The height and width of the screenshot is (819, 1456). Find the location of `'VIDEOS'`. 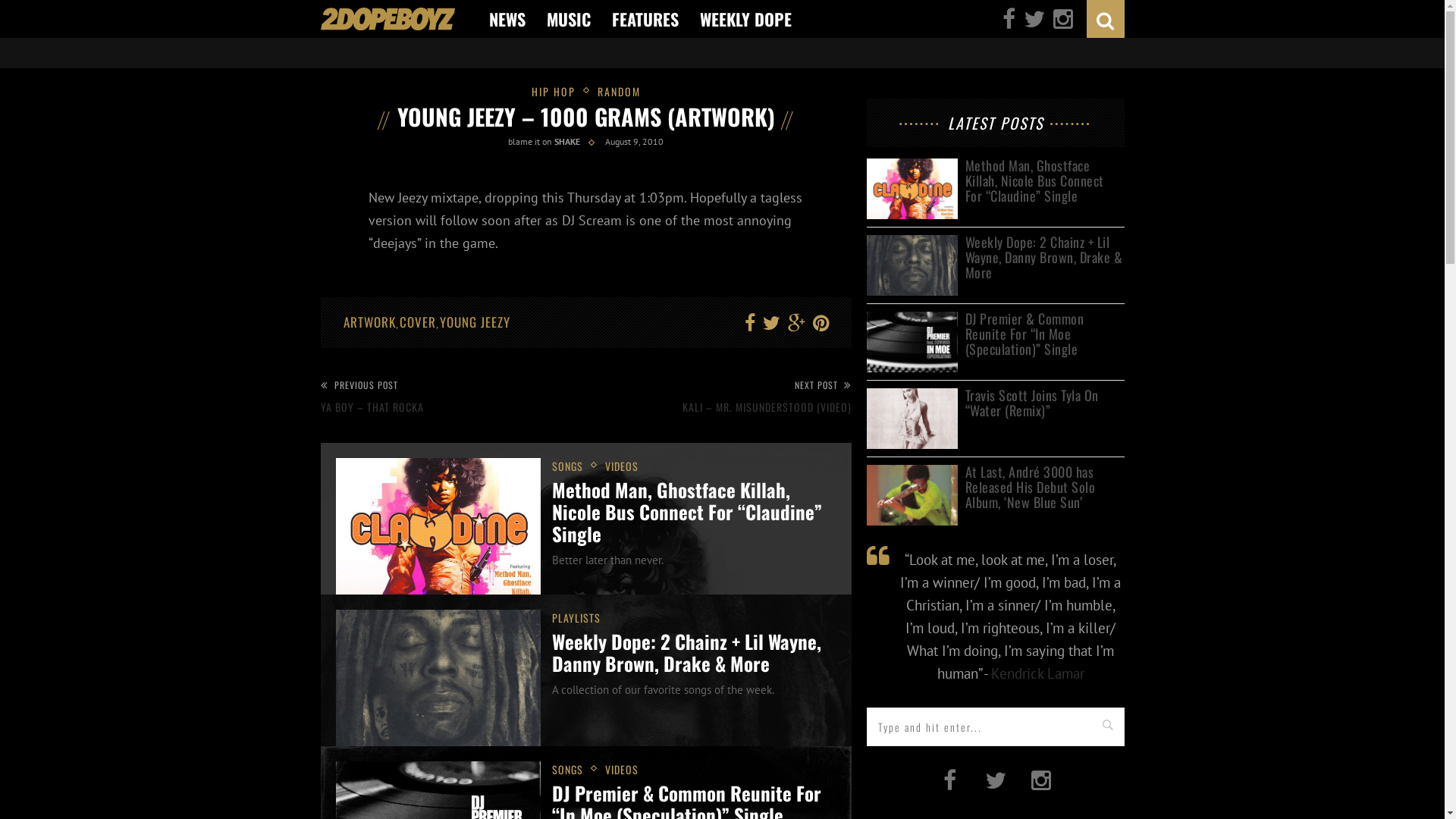

'VIDEOS' is located at coordinates (622, 465).